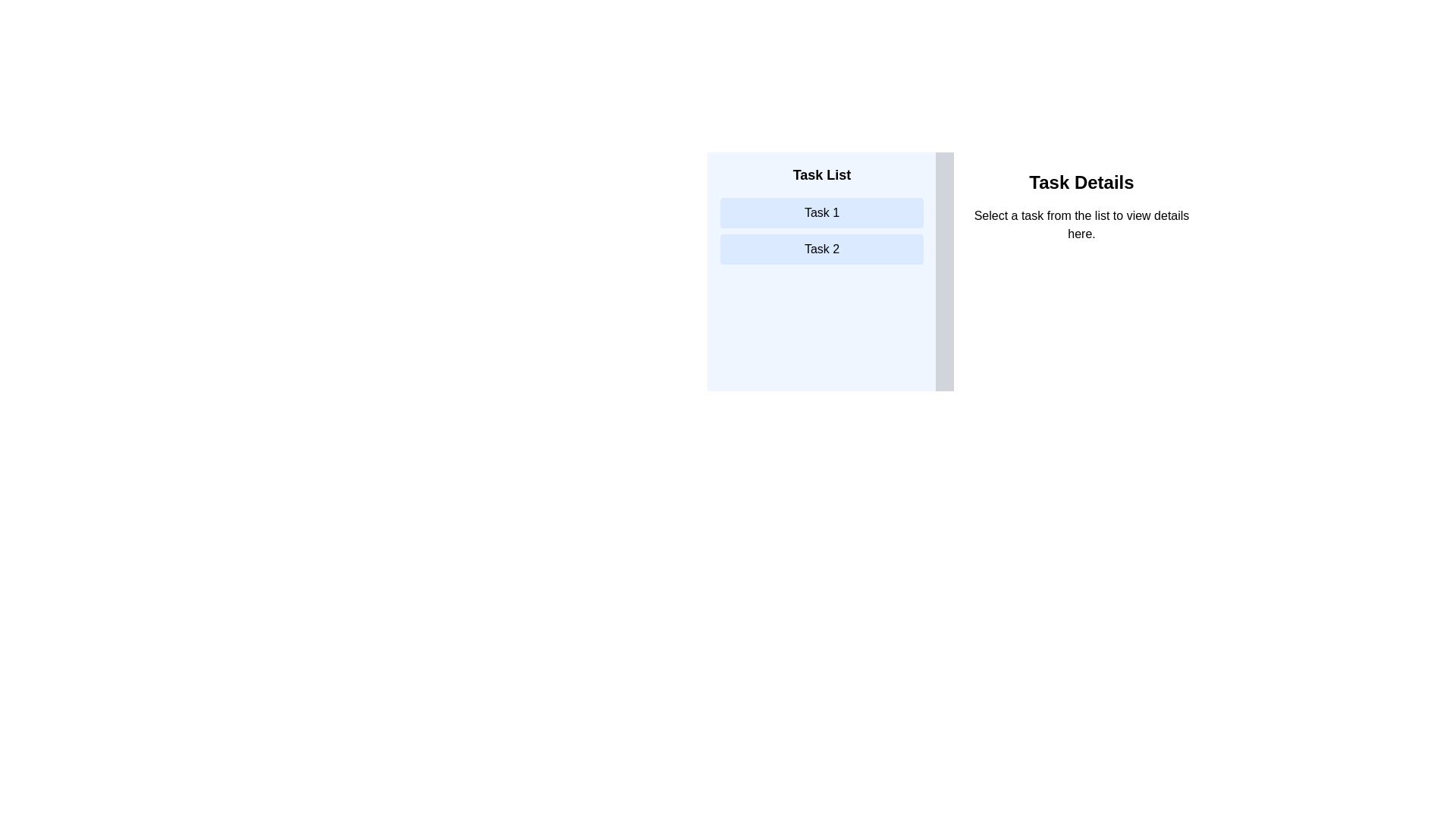 The height and width of the screenshot is (819, 1456). Describe the element at coordinates (1081, 181) in the screenshot. I see `the Text Header element located at the top of the right pane, which serves as the title for the task details section` at that location.